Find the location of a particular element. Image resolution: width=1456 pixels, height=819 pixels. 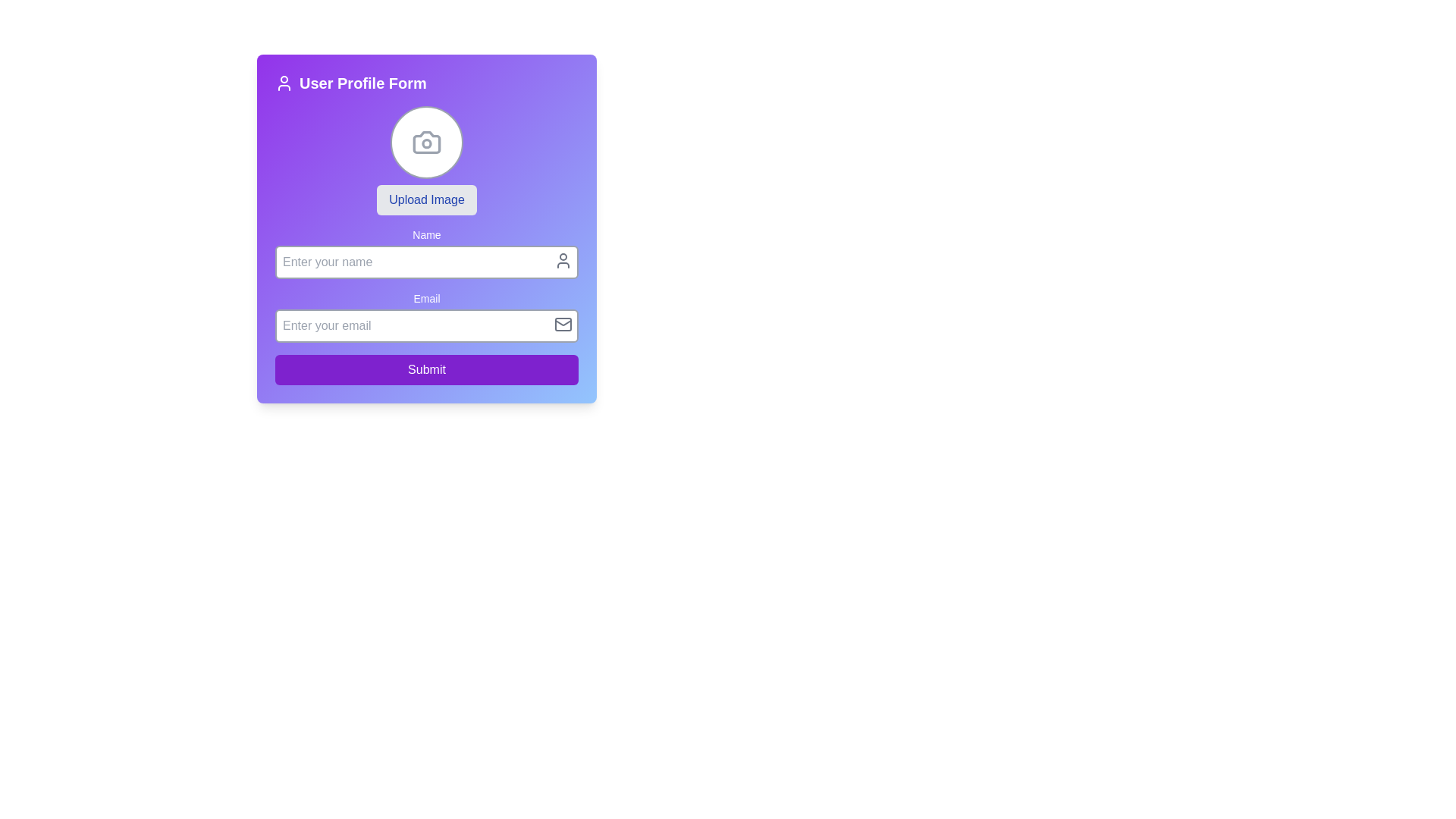

the text label displaying 'Name' which is positioned above the input field for entering the user's name, set against a purple gradient background is located at coordinates (425, 234).